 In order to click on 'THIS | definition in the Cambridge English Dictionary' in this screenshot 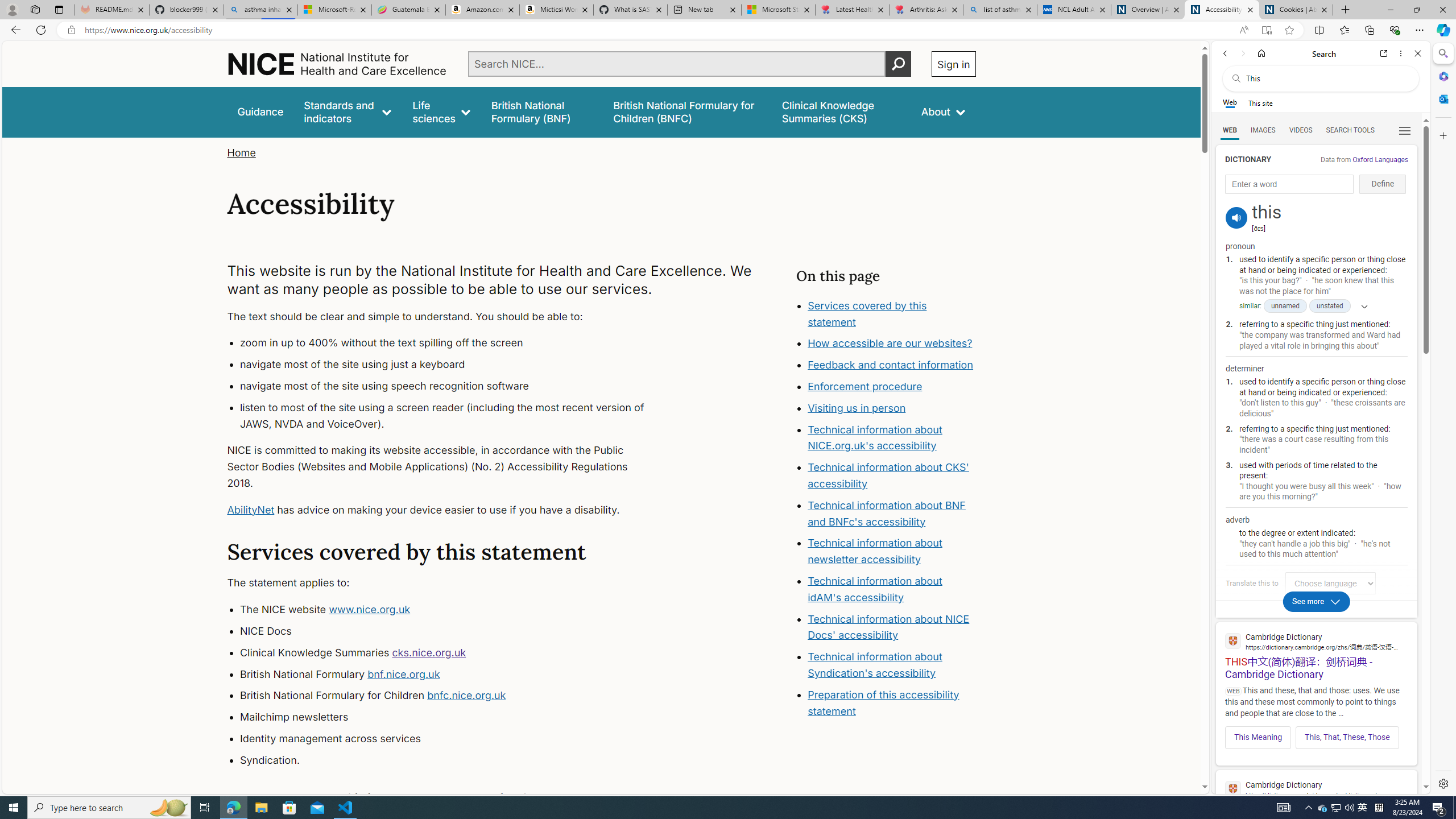, I will do `click(1316, 799)`.